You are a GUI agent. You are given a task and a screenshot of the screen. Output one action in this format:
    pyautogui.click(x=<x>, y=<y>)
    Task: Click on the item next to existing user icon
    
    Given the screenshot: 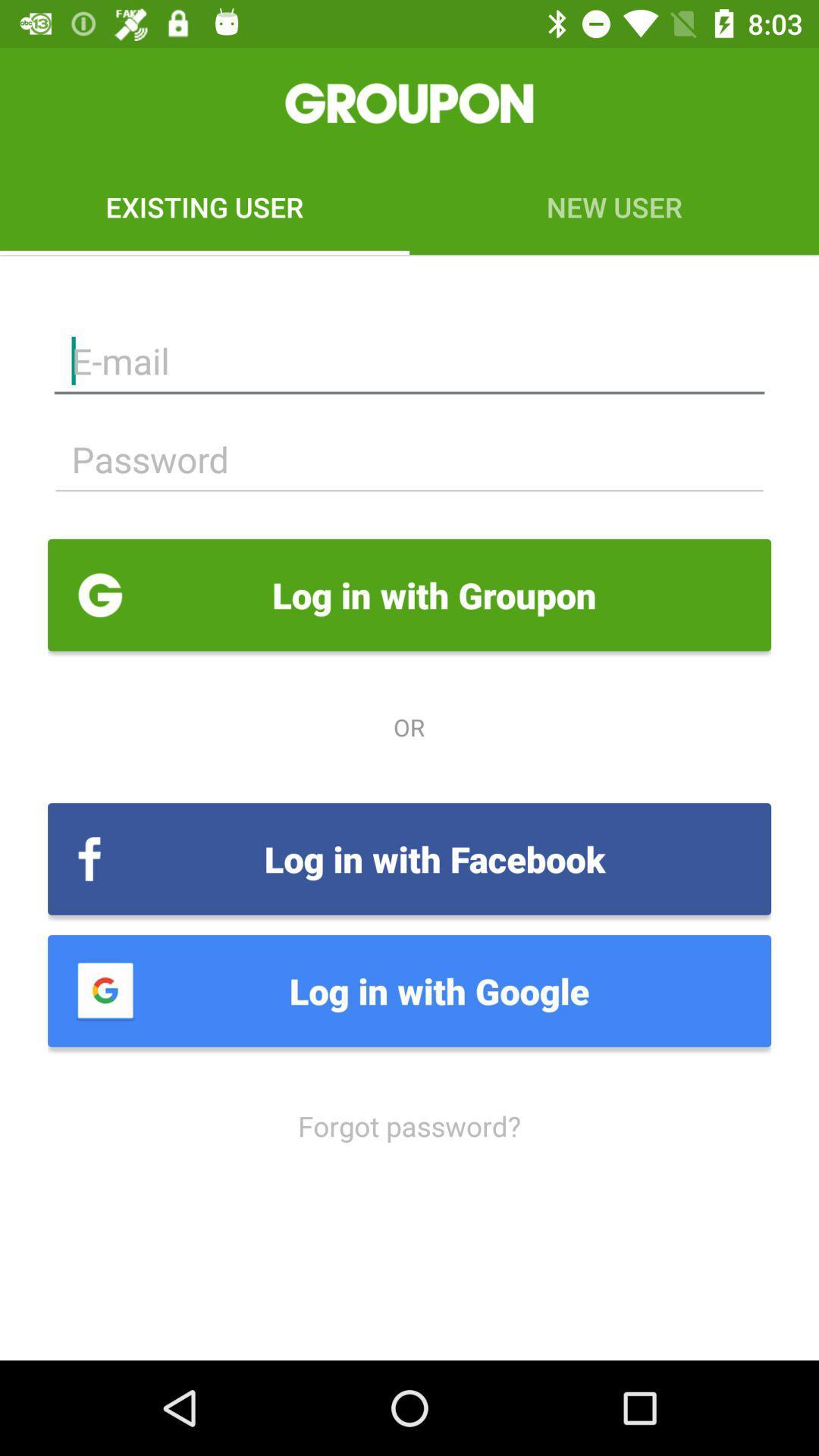 What is the action you would take?
    pyautogui.click(x=614, y=206)
    